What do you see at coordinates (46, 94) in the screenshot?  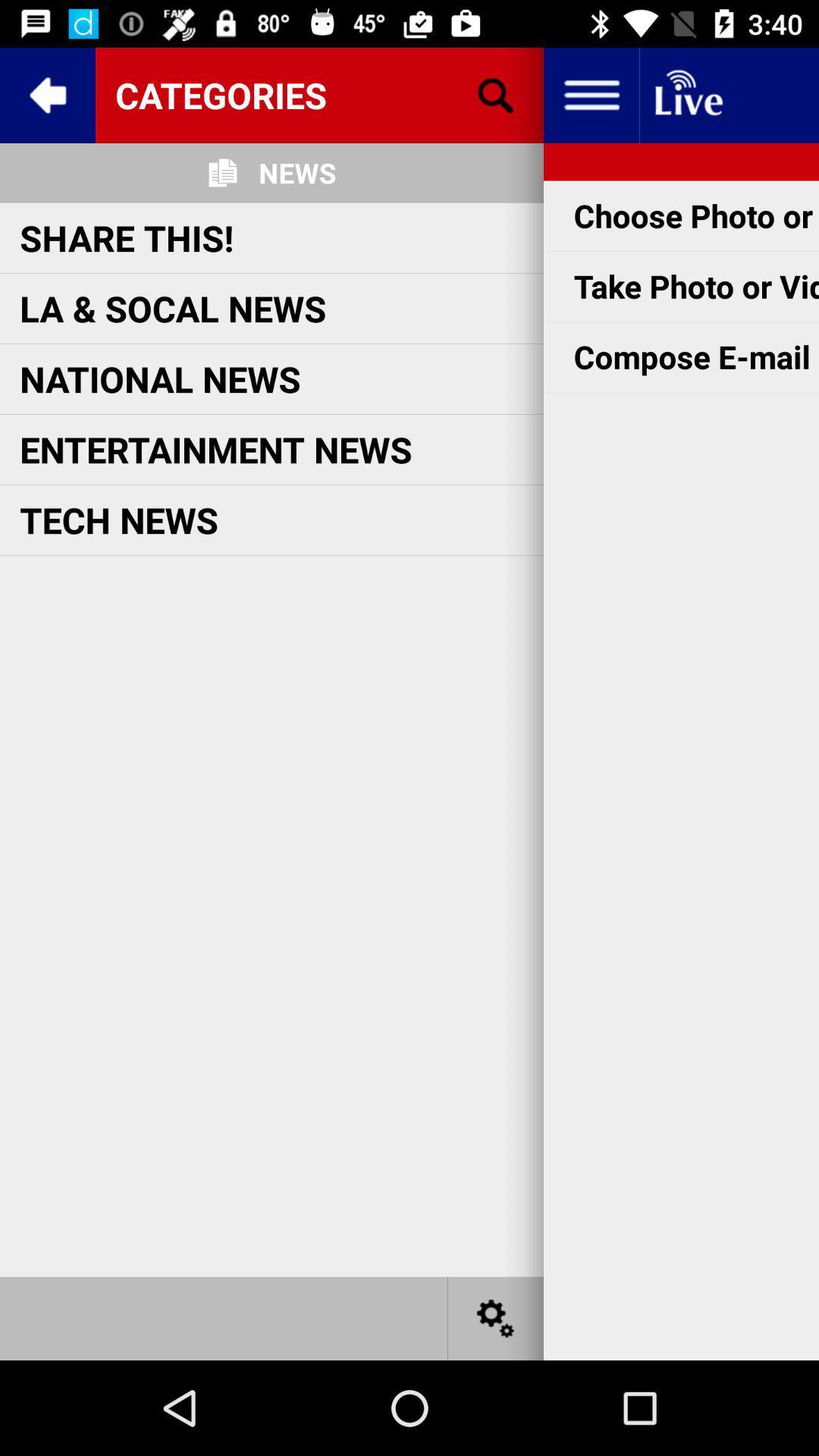 I see `go back` at bounding box center [46, 94].